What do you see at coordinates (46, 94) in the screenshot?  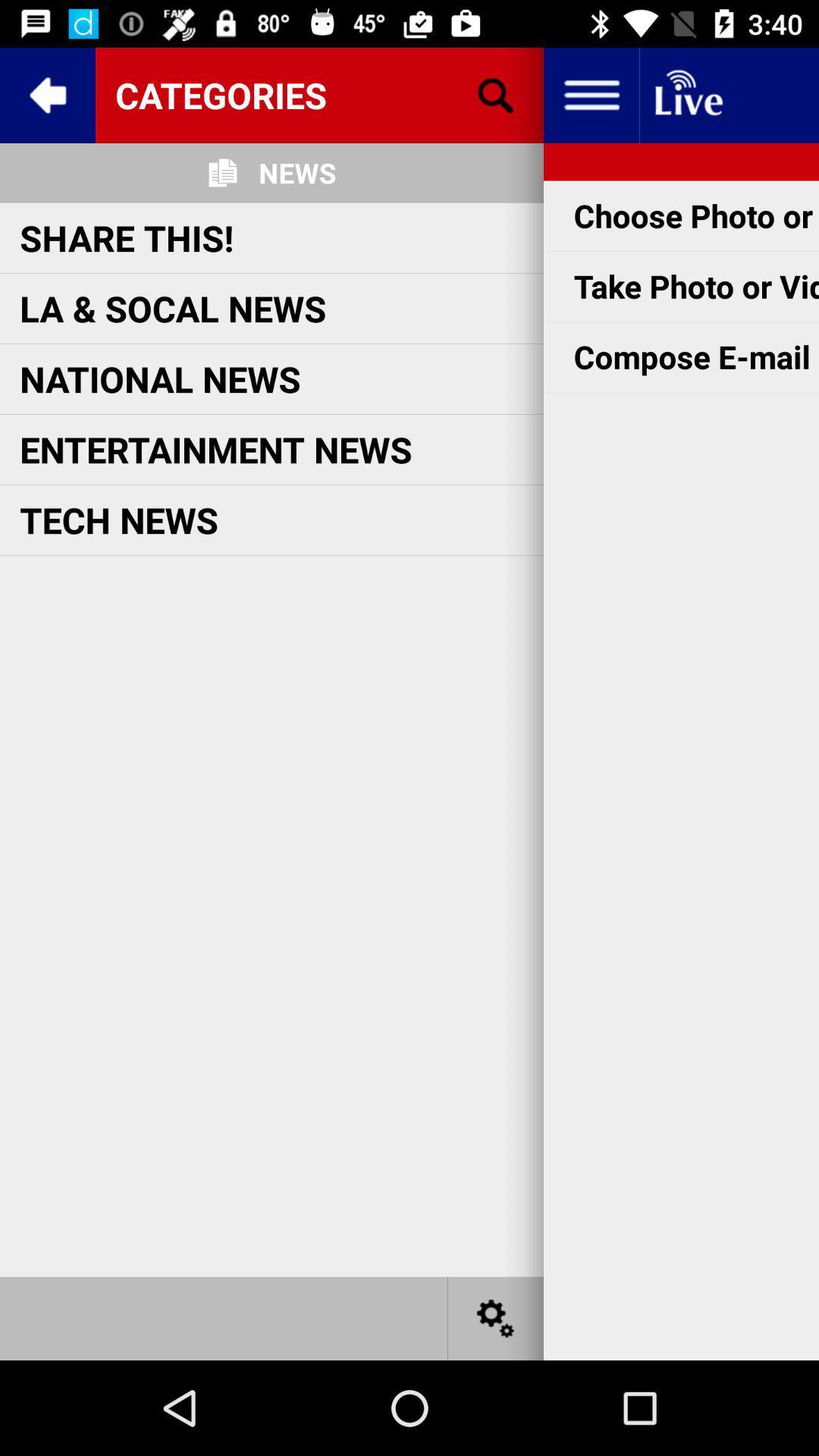 I see `go back` at bounding box center [46, 94].